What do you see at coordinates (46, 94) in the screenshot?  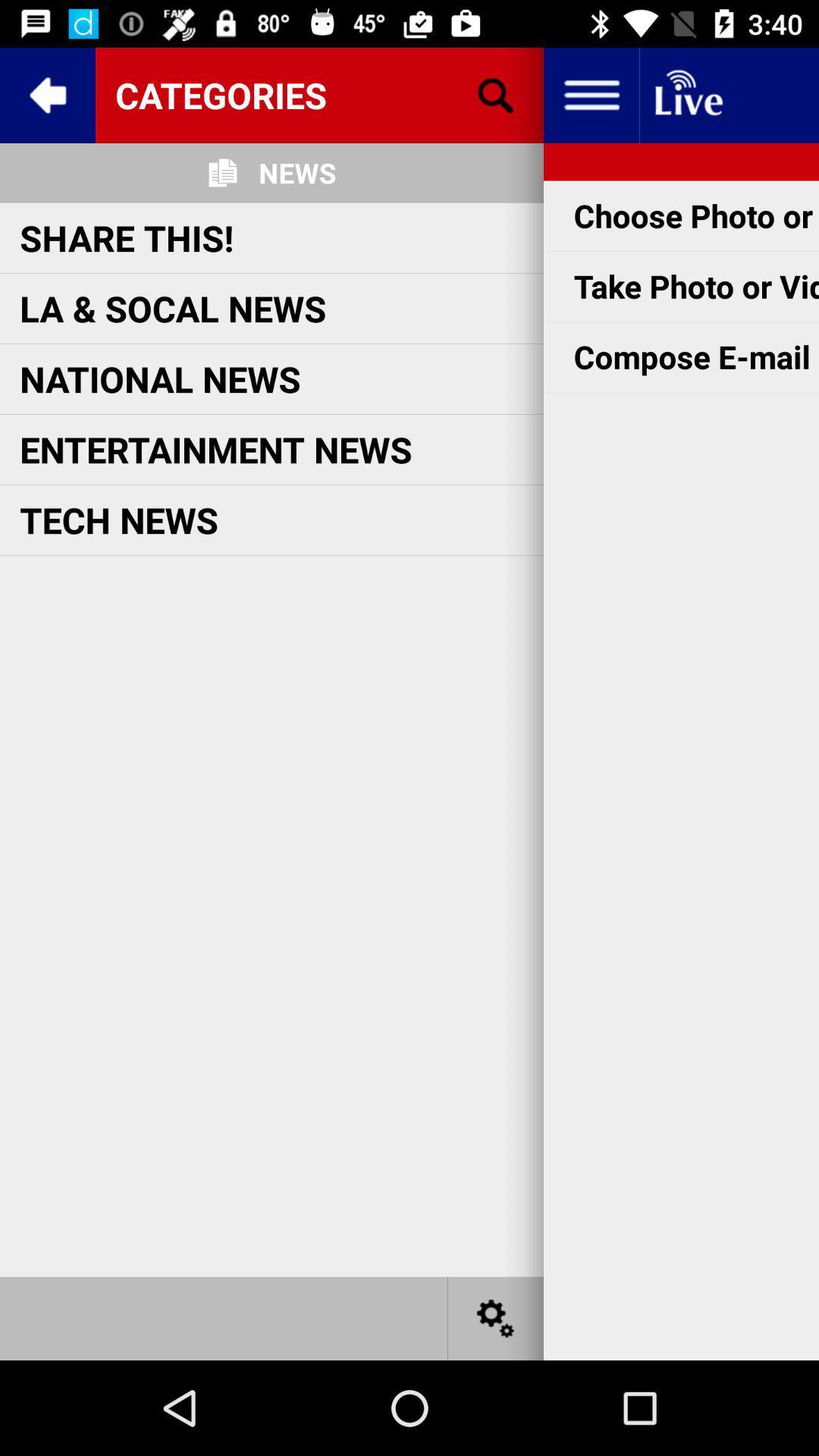 I see `go back` at bounding box center [46, 94].